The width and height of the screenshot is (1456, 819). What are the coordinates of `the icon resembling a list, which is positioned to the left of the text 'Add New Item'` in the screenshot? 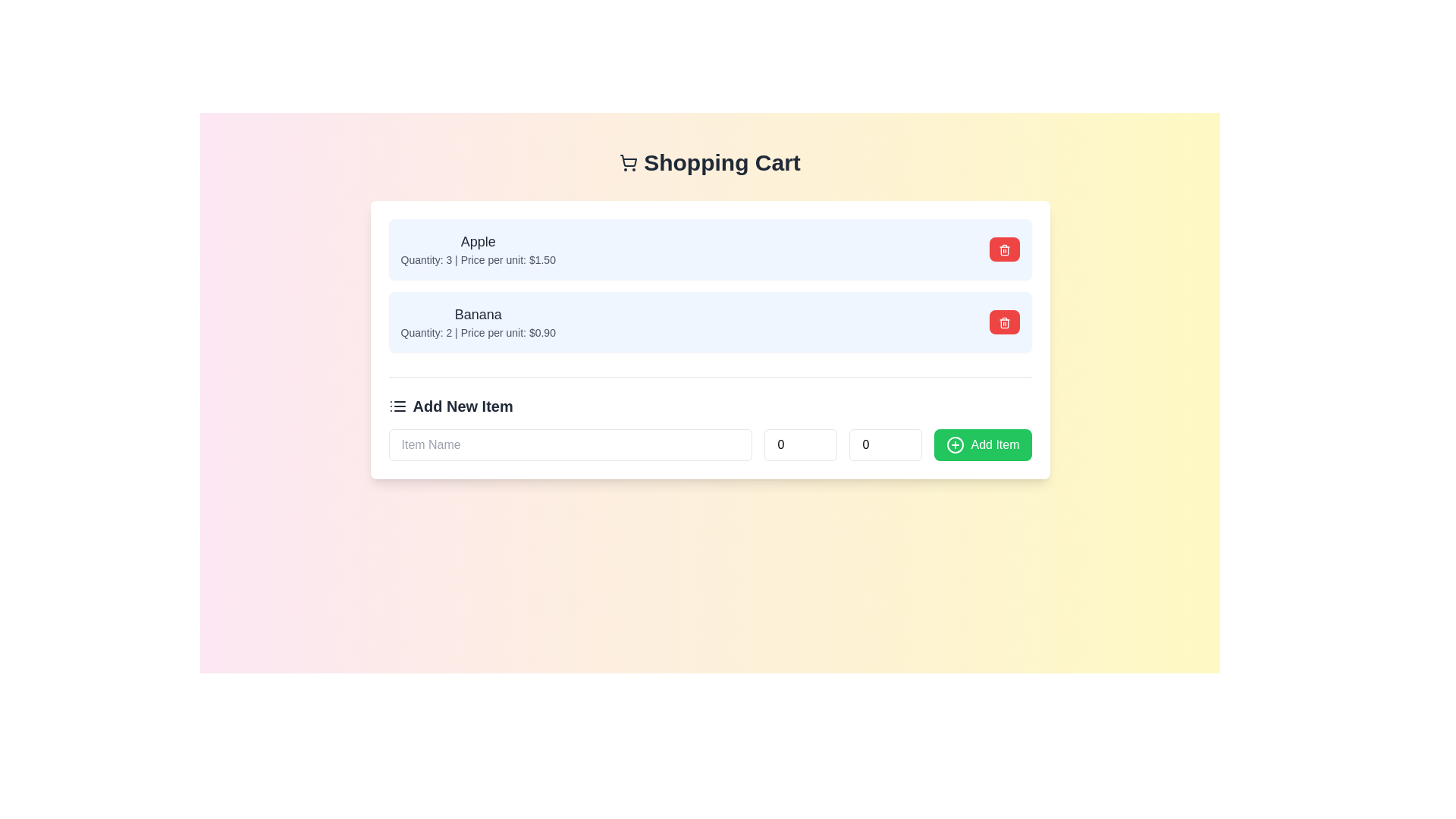 It's located at (397, 406).